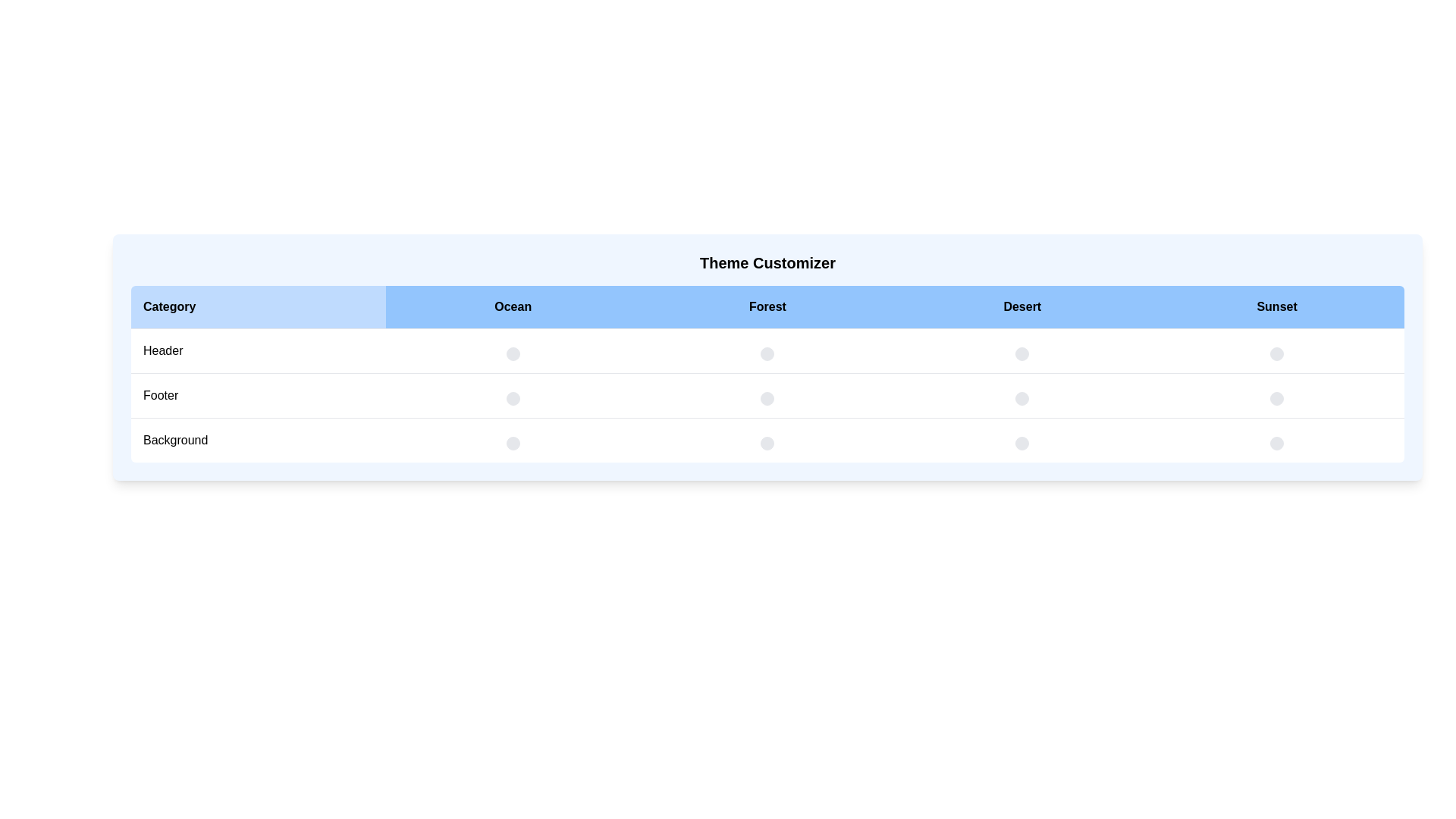 This screenshot has height=819, width=1456. What do you see at coordinates (513, 440) in the screenshot?
I see `the circular button with a light gray background located in the 'Background' row and 'Ocean' column` at bounding box center [513, 440].